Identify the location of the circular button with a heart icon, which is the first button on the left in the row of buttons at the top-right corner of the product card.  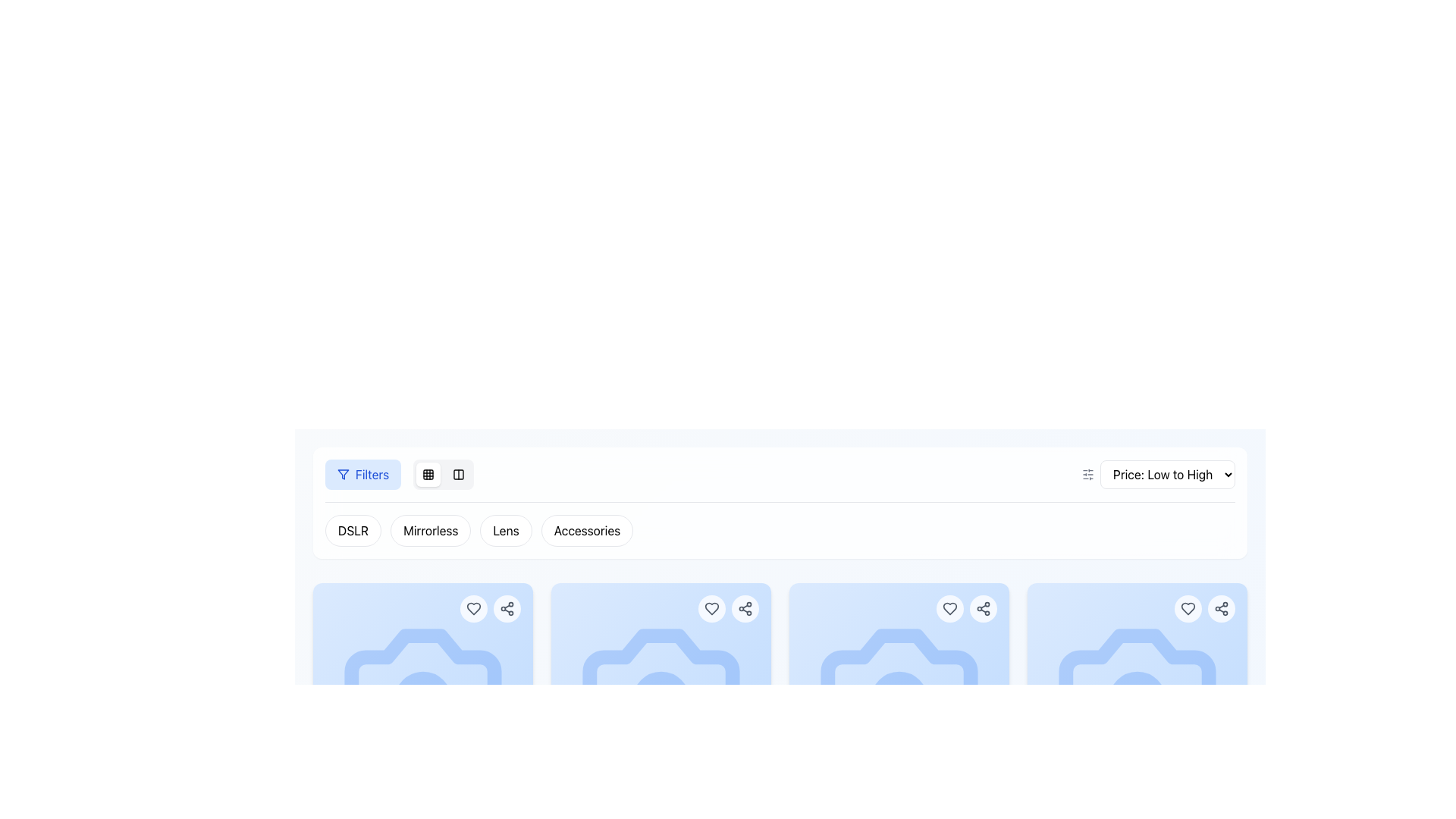
(711, 607).